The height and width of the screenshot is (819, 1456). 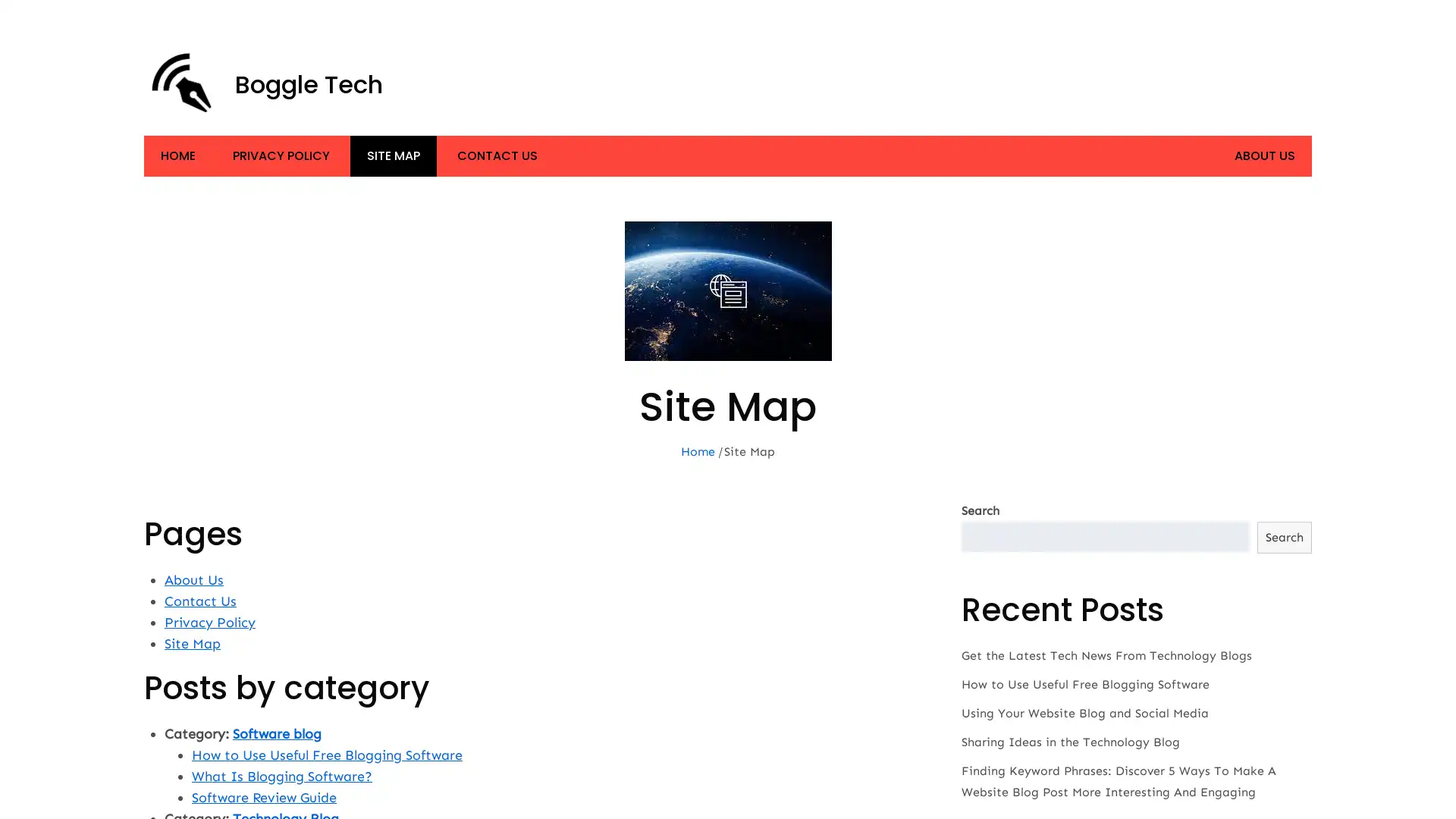 I want to click on Search, so click(x=1284, y=494).